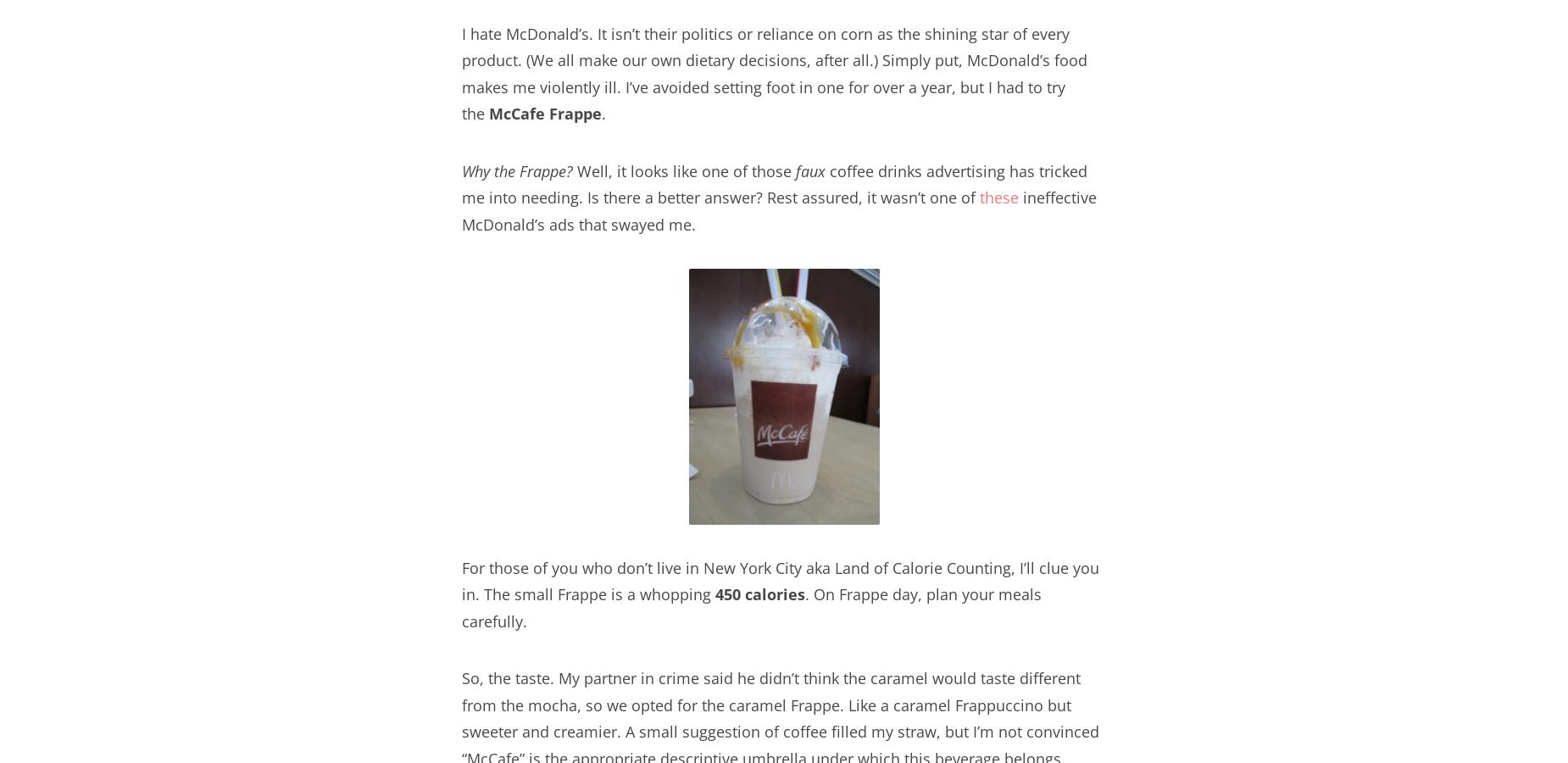 The image size is (1568, 763). What do you see at coordinates (462, 606) in the screenshot?
I see `'. On Frappe day, plan your meals carefully.'` at bounding box center [462, 606].